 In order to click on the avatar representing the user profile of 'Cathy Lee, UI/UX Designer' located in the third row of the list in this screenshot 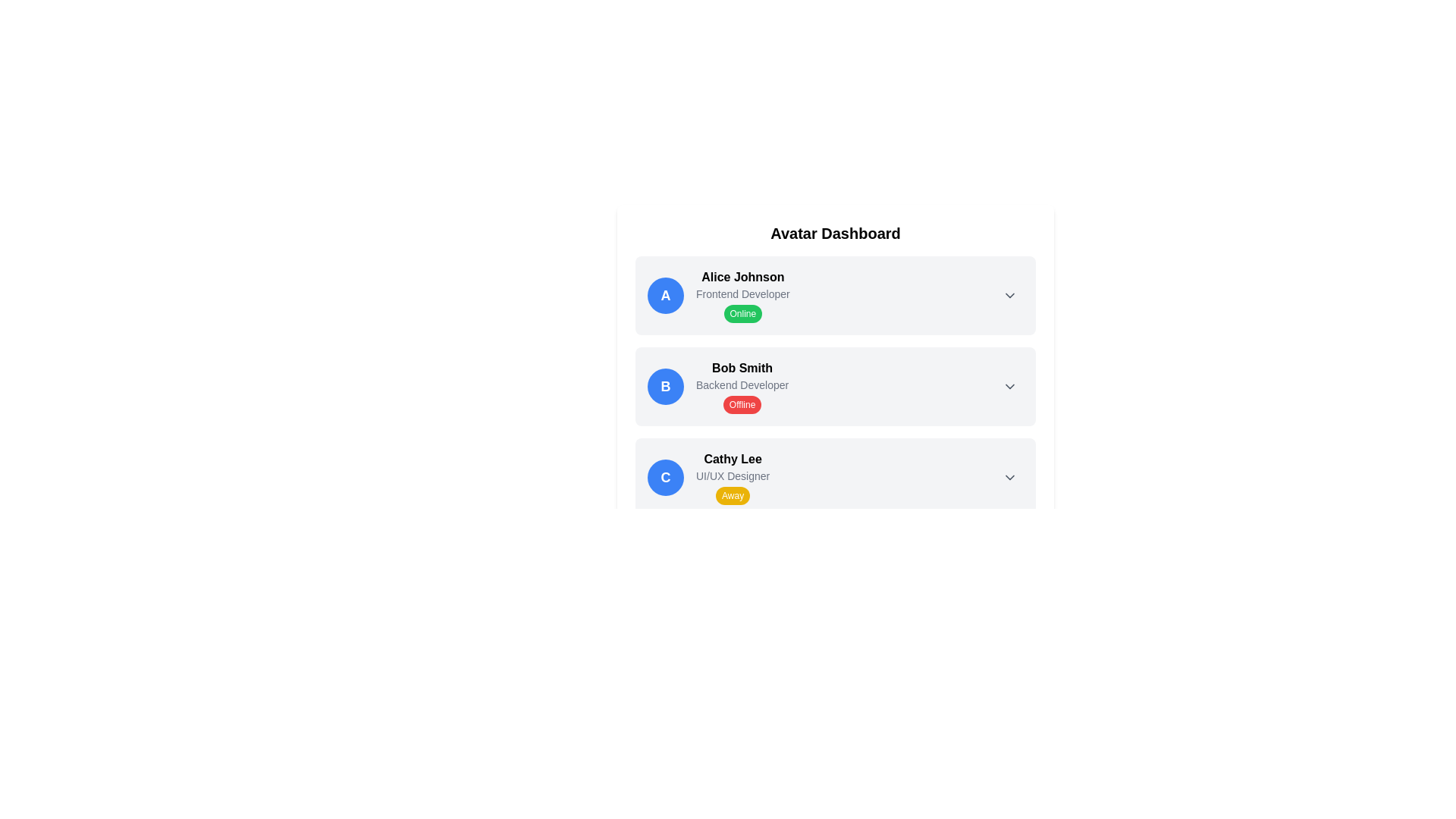, I will do `click(666, 476)`.